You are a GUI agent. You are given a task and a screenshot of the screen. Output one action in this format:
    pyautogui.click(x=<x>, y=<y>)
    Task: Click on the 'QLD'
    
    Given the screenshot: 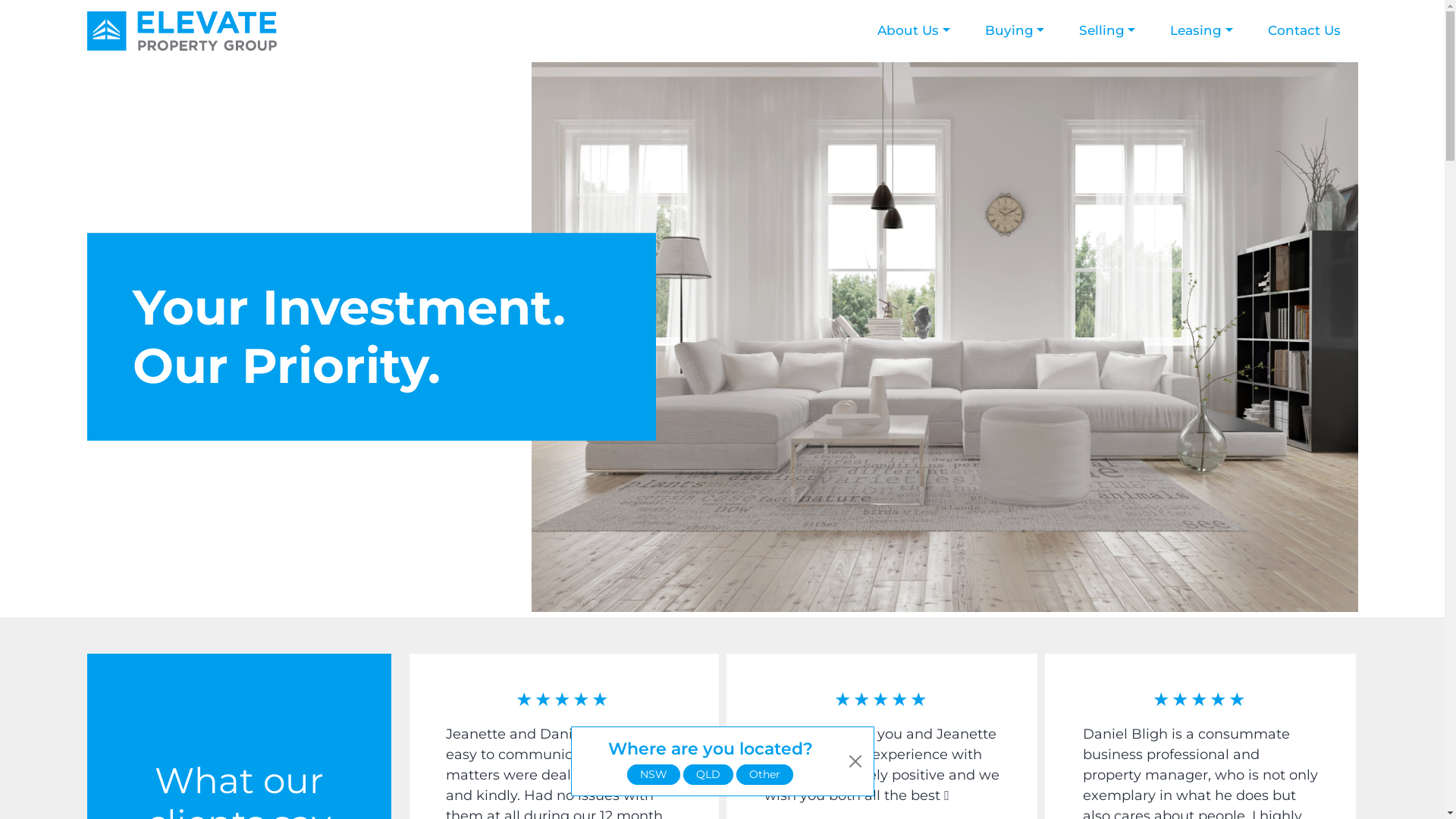 What is the action you would take?
    pyautogui.click(x=708, y=774)
    